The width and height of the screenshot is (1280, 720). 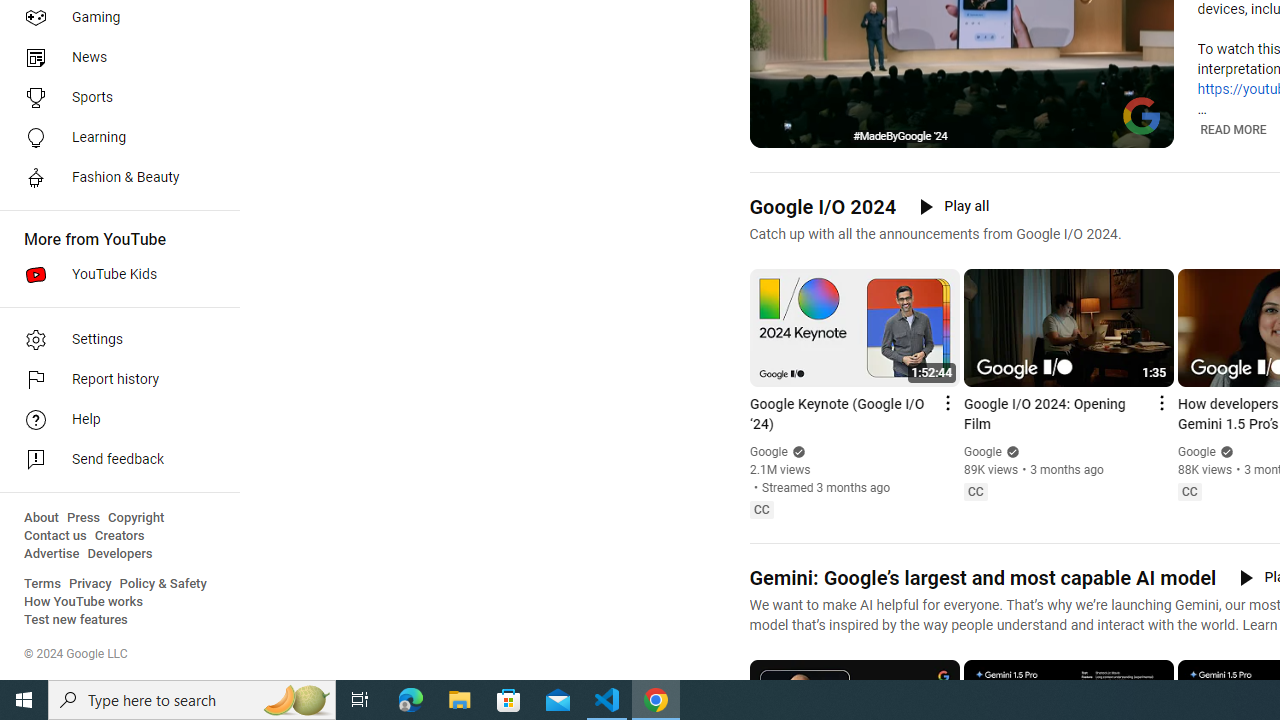 I want to click on 'Play all', so click(x=953, y=206).